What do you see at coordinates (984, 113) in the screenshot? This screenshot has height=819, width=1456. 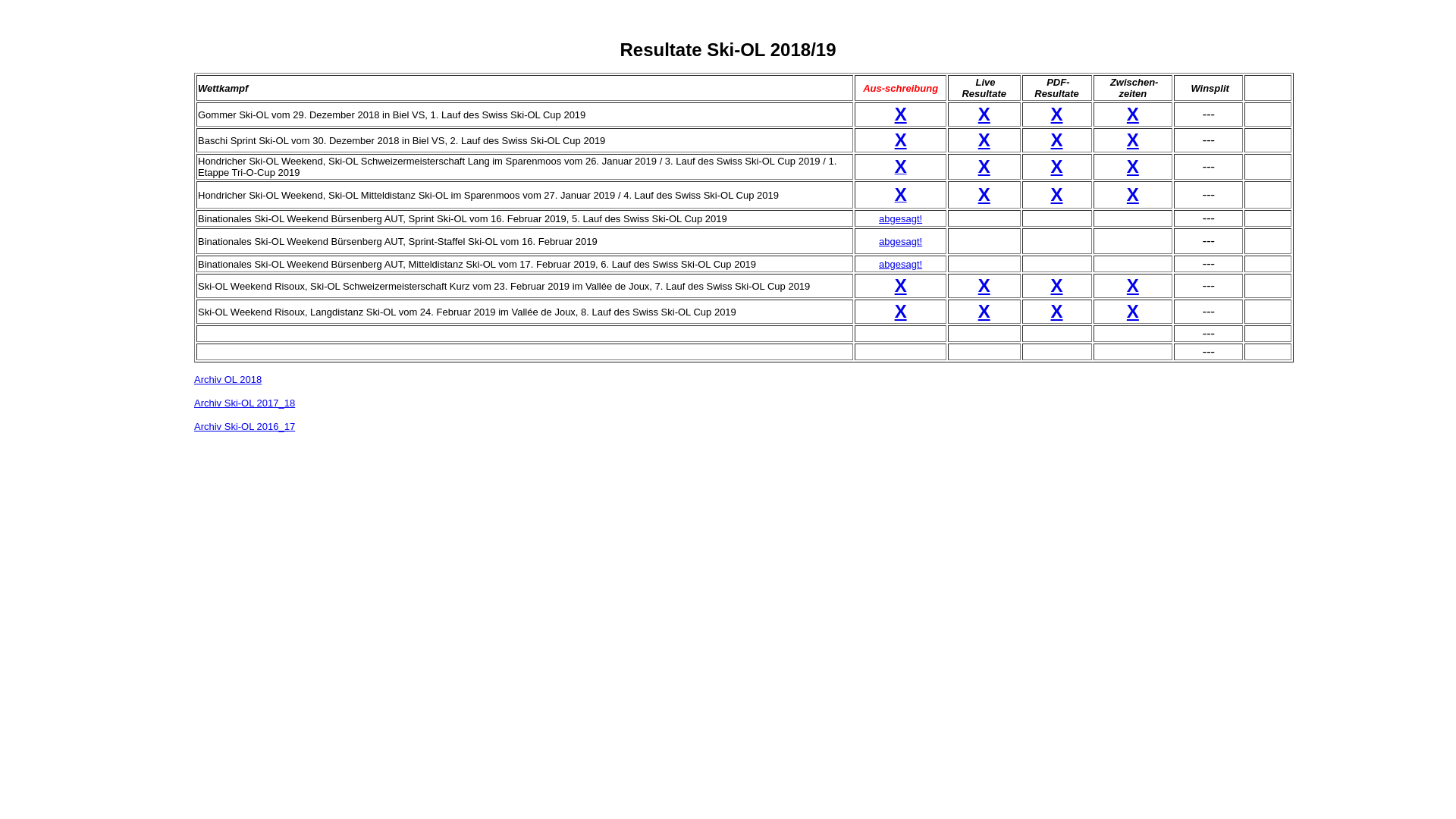 I see `'X'` at bounding box center [984, 113].